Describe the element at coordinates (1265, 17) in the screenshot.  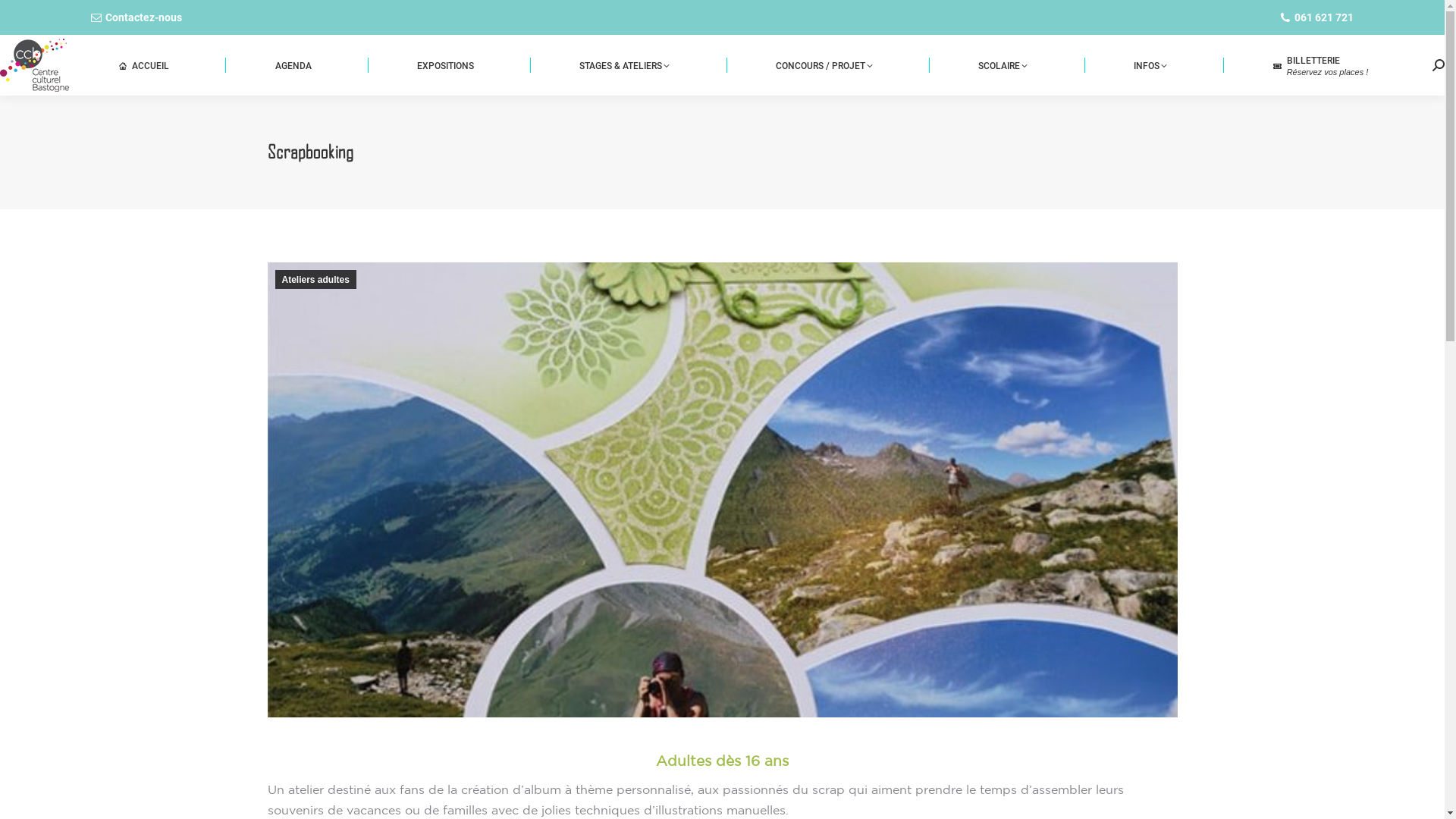
I see `'061 621 721'` at that location.